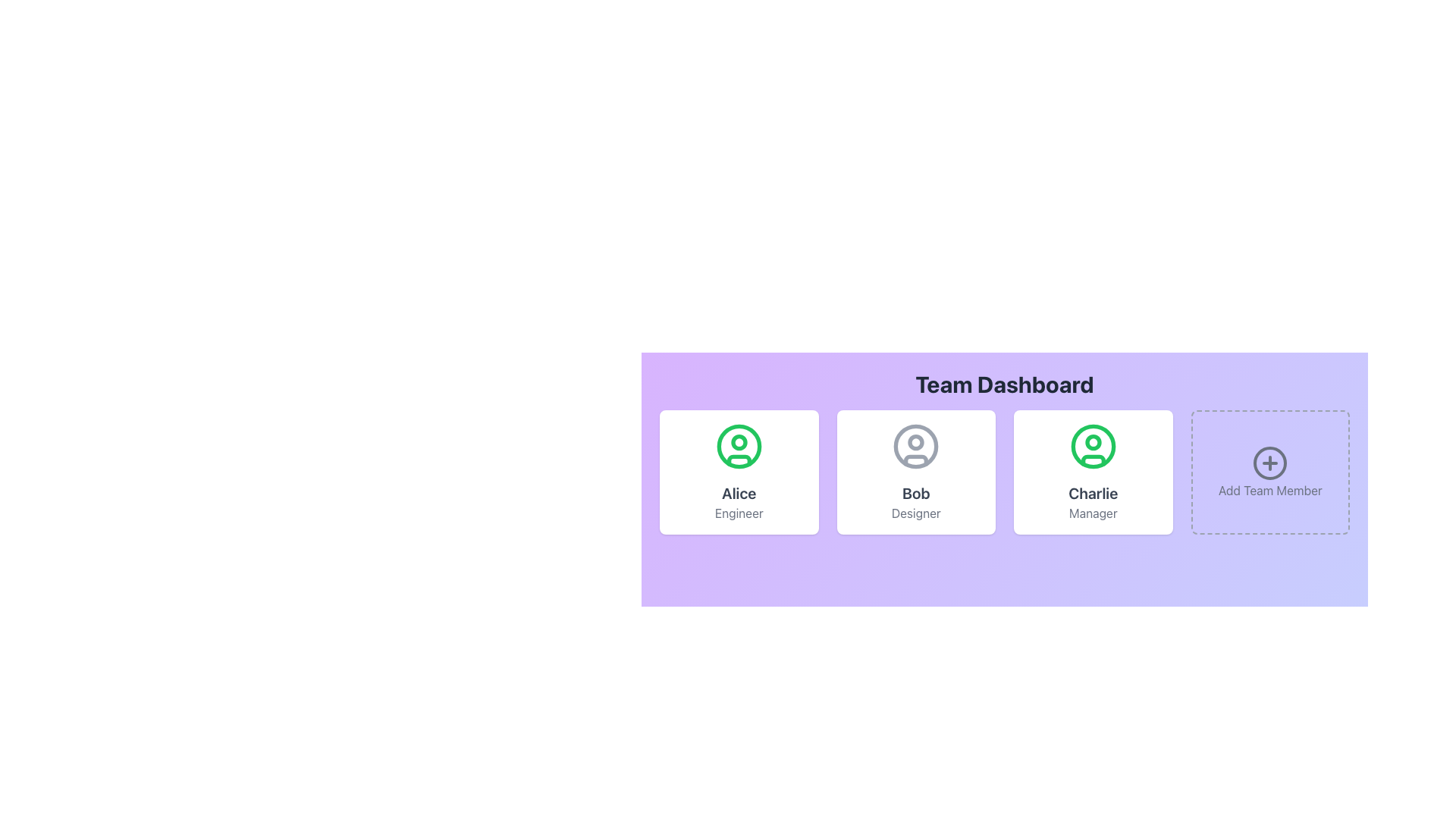 This screenshot has height=819, width=1456. Describe the element at coordinates (915, 442) in the screenshot. I see `the circular element representing the user avatar in the user profile icon located at the top portion of the card labeled 'Bob Designer', which is the second card from the left` at that location.